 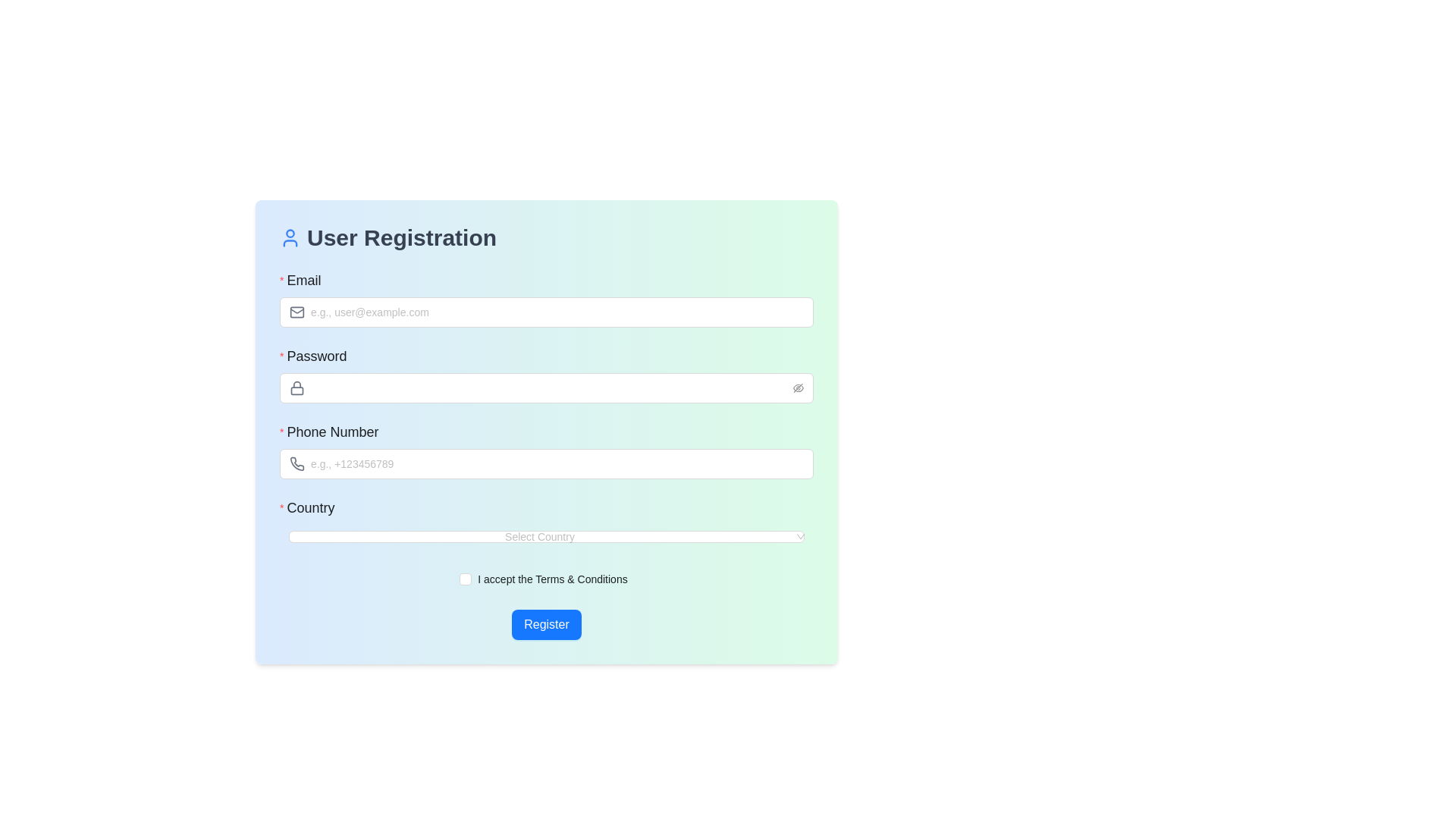 What do you see at coordinates (290, 234) in the screenshot?
I see `the decorative Icon component located near the top-left corner of the form, adjacent to the 'User Registration' header text` at bounding box center [290, 234].